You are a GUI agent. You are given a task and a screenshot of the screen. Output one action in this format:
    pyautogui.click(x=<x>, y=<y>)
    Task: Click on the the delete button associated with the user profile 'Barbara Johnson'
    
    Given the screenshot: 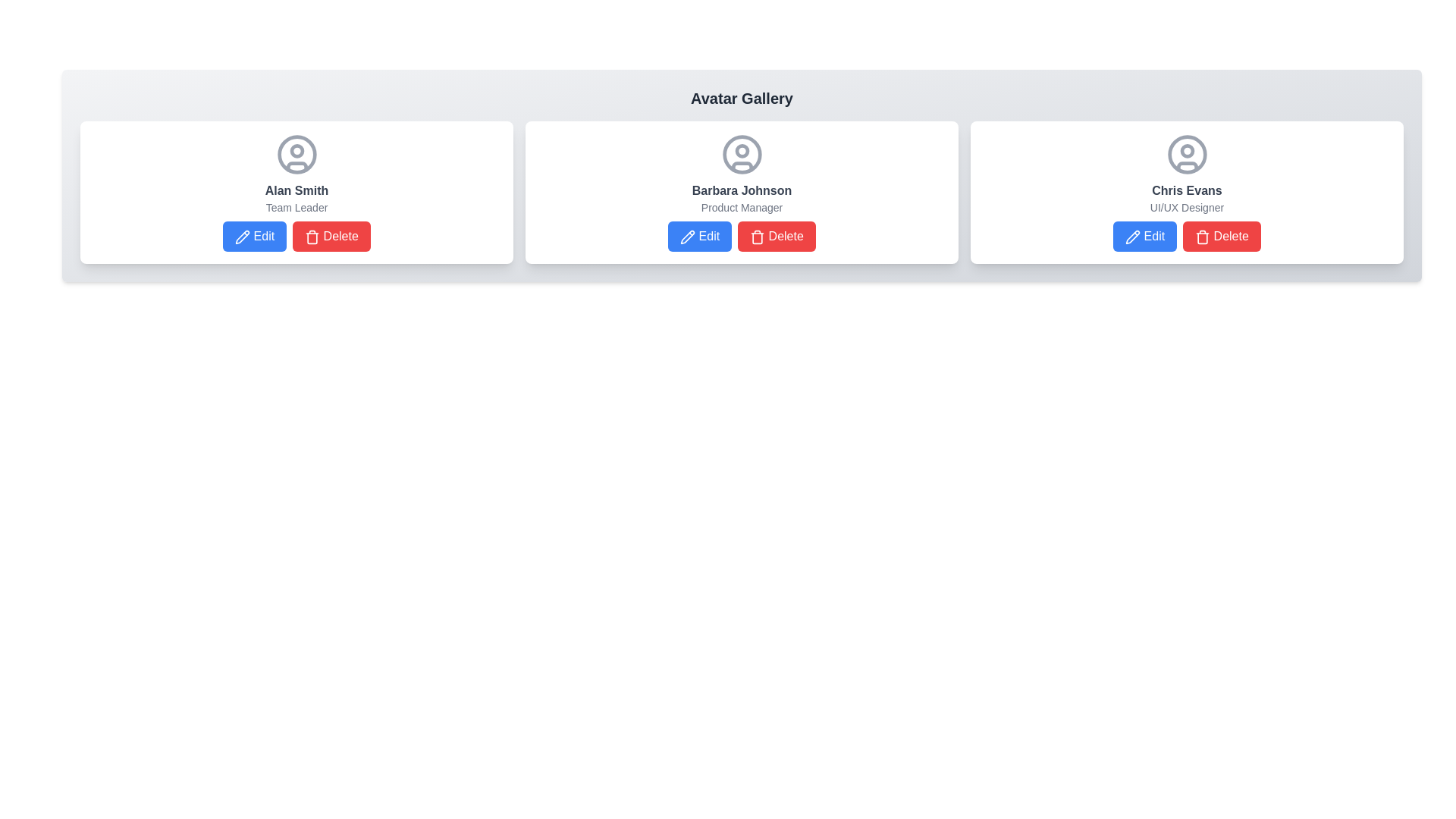 What is the action you would take?
    pyautogui.click(x=777, y=237)
    